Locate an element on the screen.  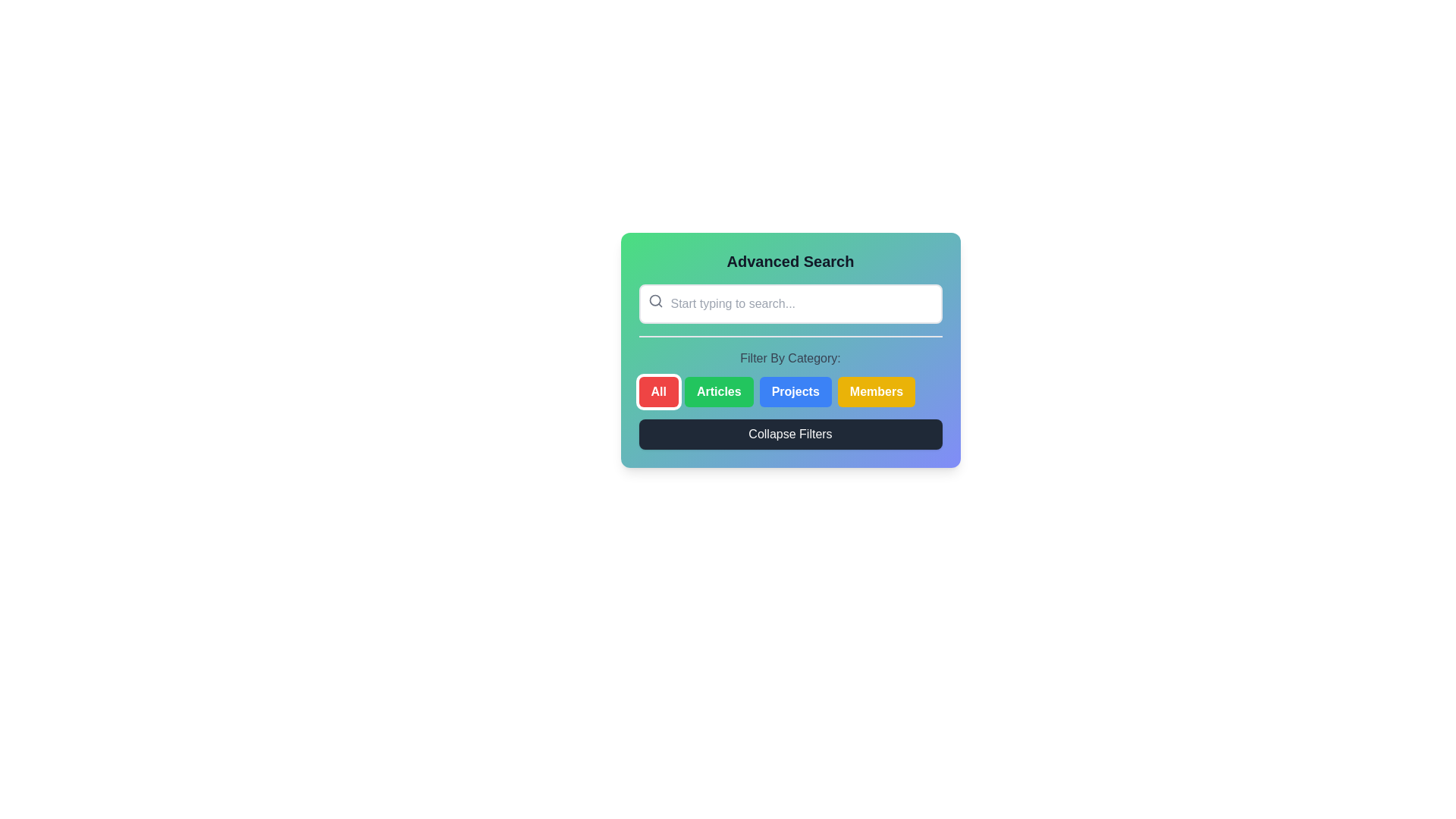
the 'Projects' filter button located is located at coordinates (789, 391).